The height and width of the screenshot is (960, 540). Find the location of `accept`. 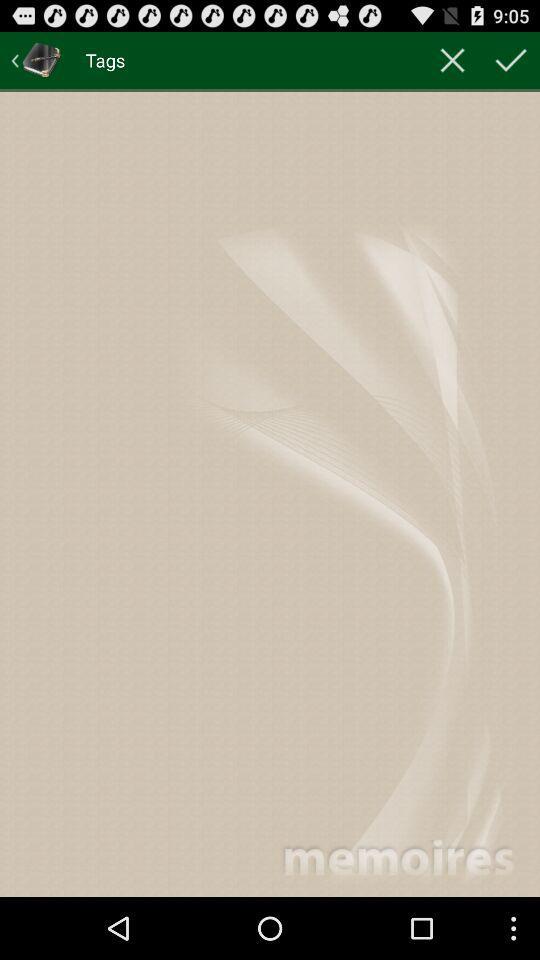

accept is located at coordinates (511, 59).